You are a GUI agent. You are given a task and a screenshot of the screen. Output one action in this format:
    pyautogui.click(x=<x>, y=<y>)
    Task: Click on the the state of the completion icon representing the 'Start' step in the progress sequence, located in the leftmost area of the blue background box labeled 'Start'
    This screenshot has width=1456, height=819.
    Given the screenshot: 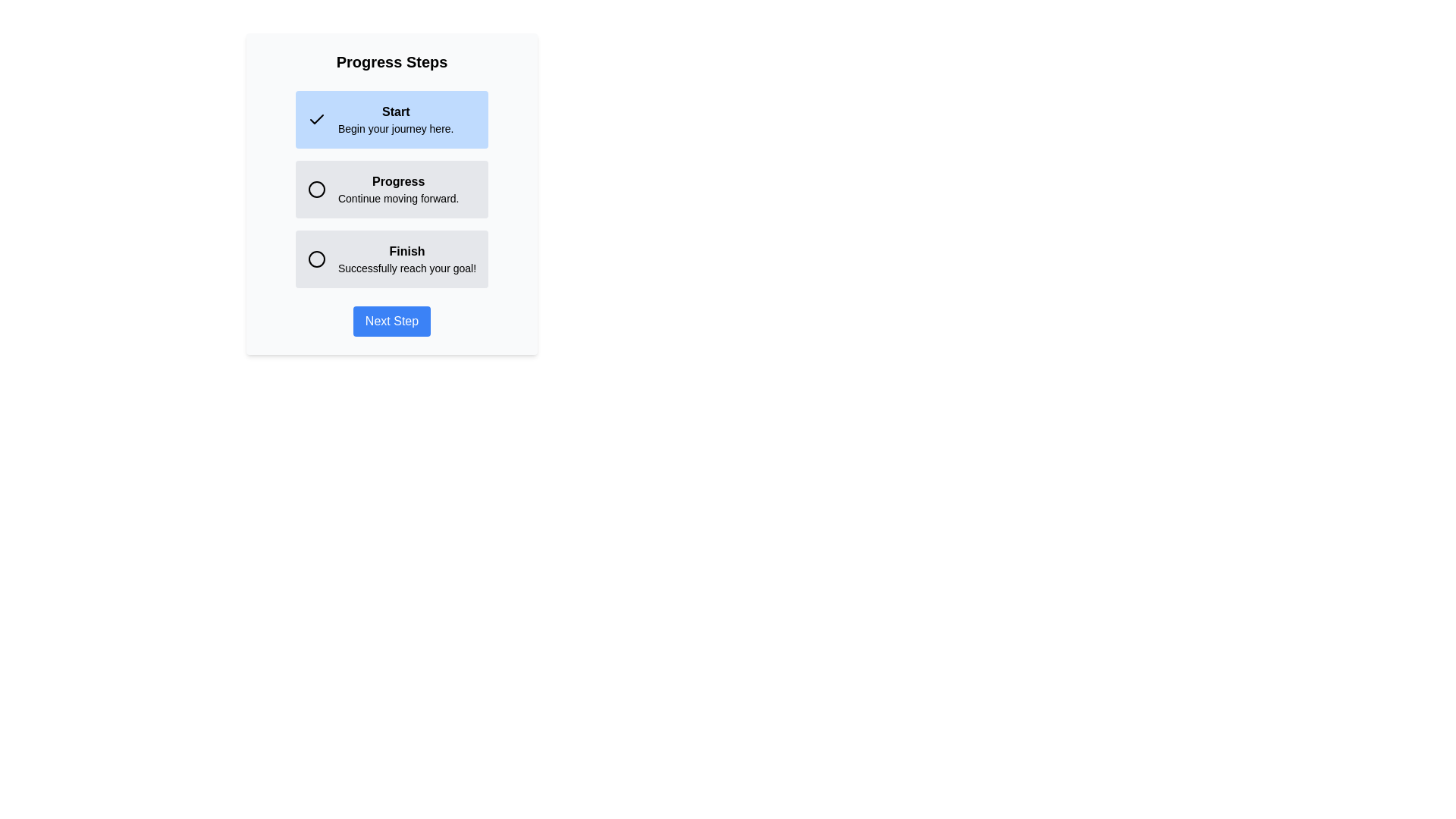 What is the action you would take?
    pyautogui.click(x=315, y=119)
    